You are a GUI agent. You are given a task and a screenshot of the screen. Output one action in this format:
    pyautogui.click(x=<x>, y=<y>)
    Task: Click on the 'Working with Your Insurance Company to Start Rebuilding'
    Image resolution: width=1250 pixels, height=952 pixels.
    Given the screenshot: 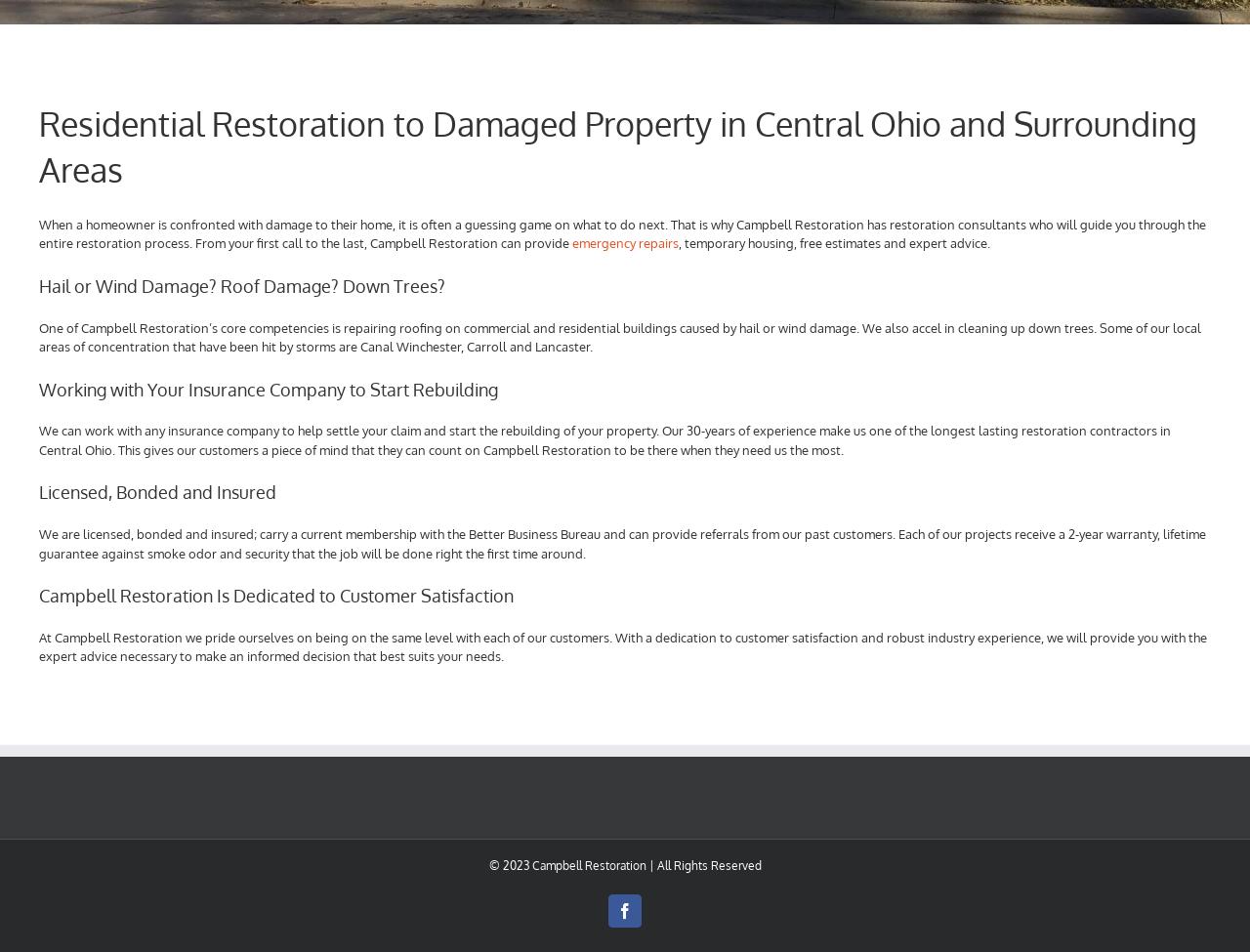 What is the action you would take?
    pyautogui.click(x=38, y=388)
    